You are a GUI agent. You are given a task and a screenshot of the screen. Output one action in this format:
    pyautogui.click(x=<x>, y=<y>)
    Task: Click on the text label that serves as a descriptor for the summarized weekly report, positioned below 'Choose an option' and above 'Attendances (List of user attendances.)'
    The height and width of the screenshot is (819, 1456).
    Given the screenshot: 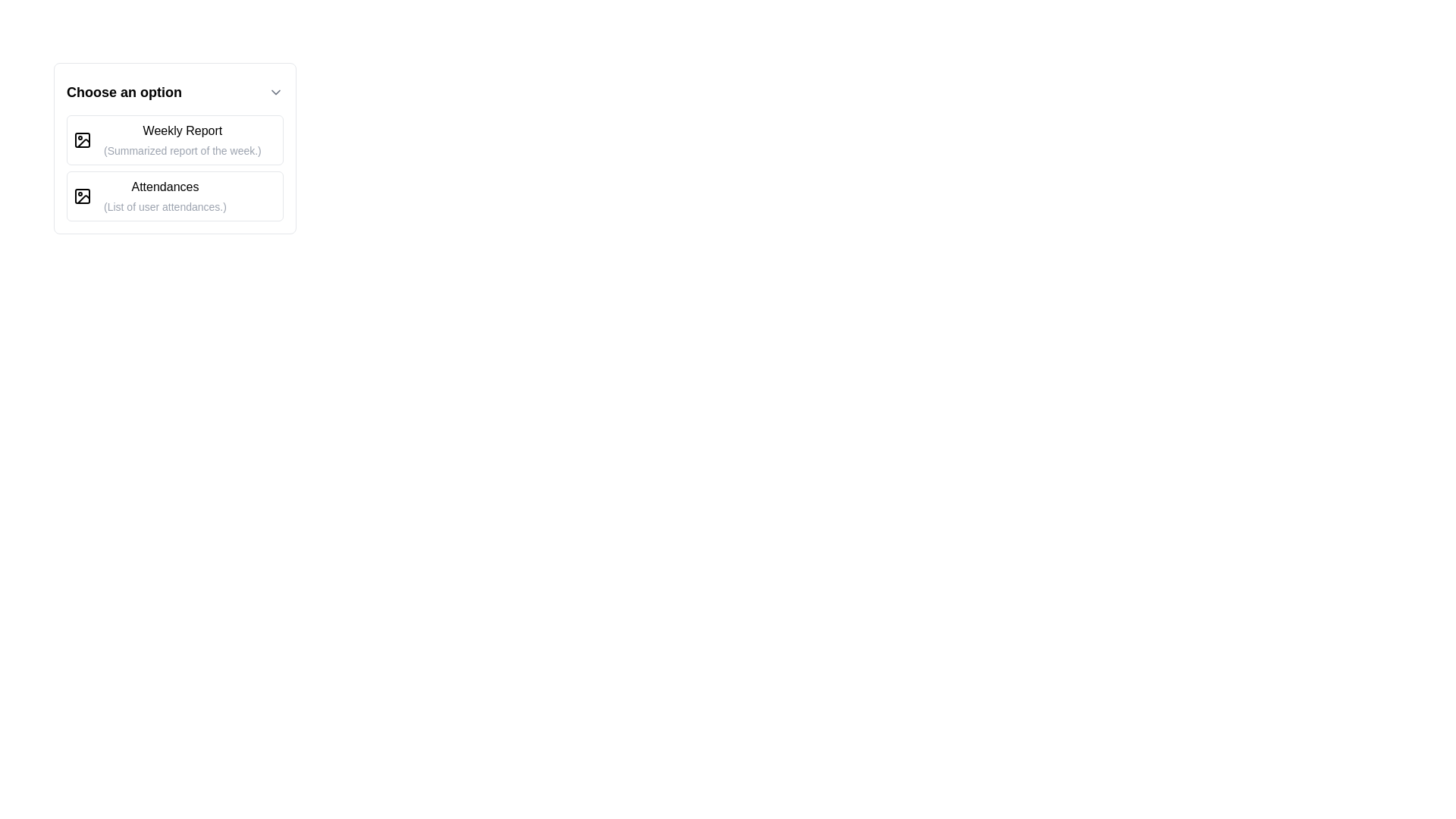 What is the action you would take?
    pyautogui.click(x=182, y=140)
    